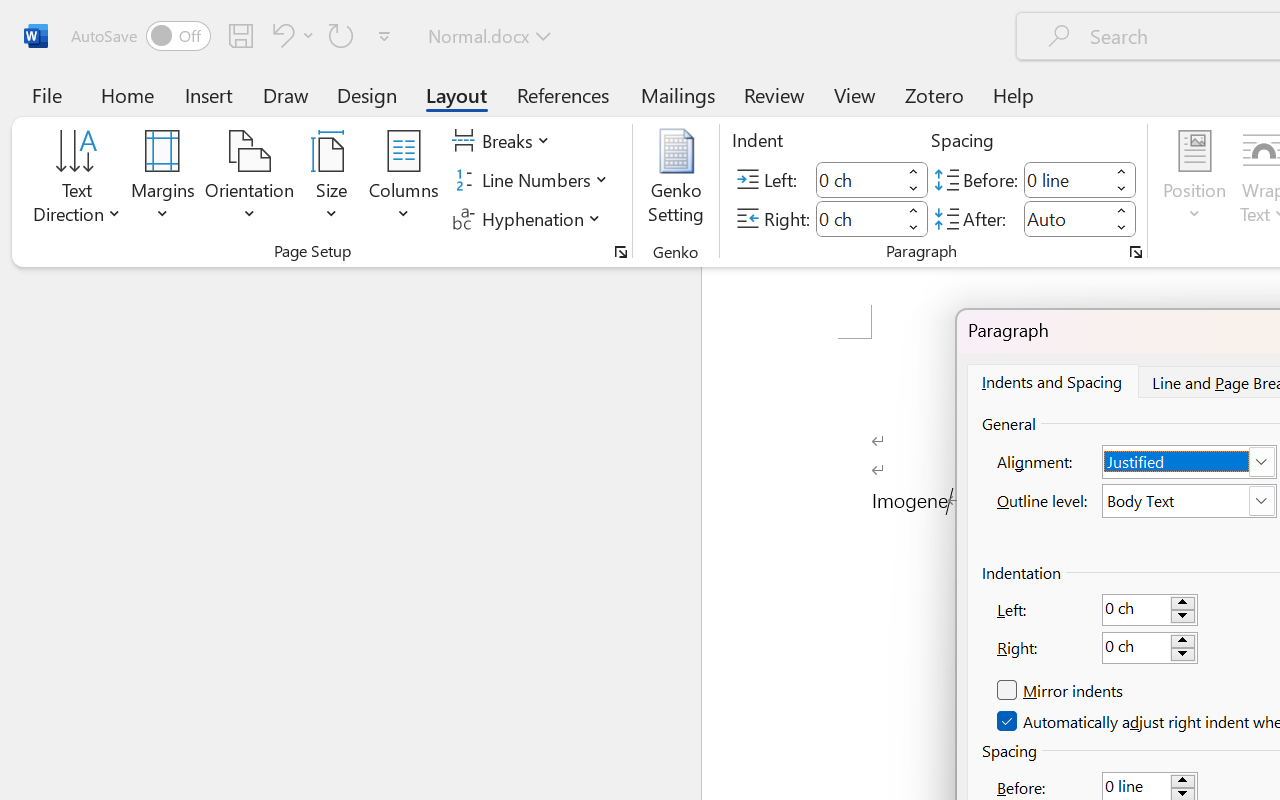  I want to click on 'Page Setup...', so click(620, 251).